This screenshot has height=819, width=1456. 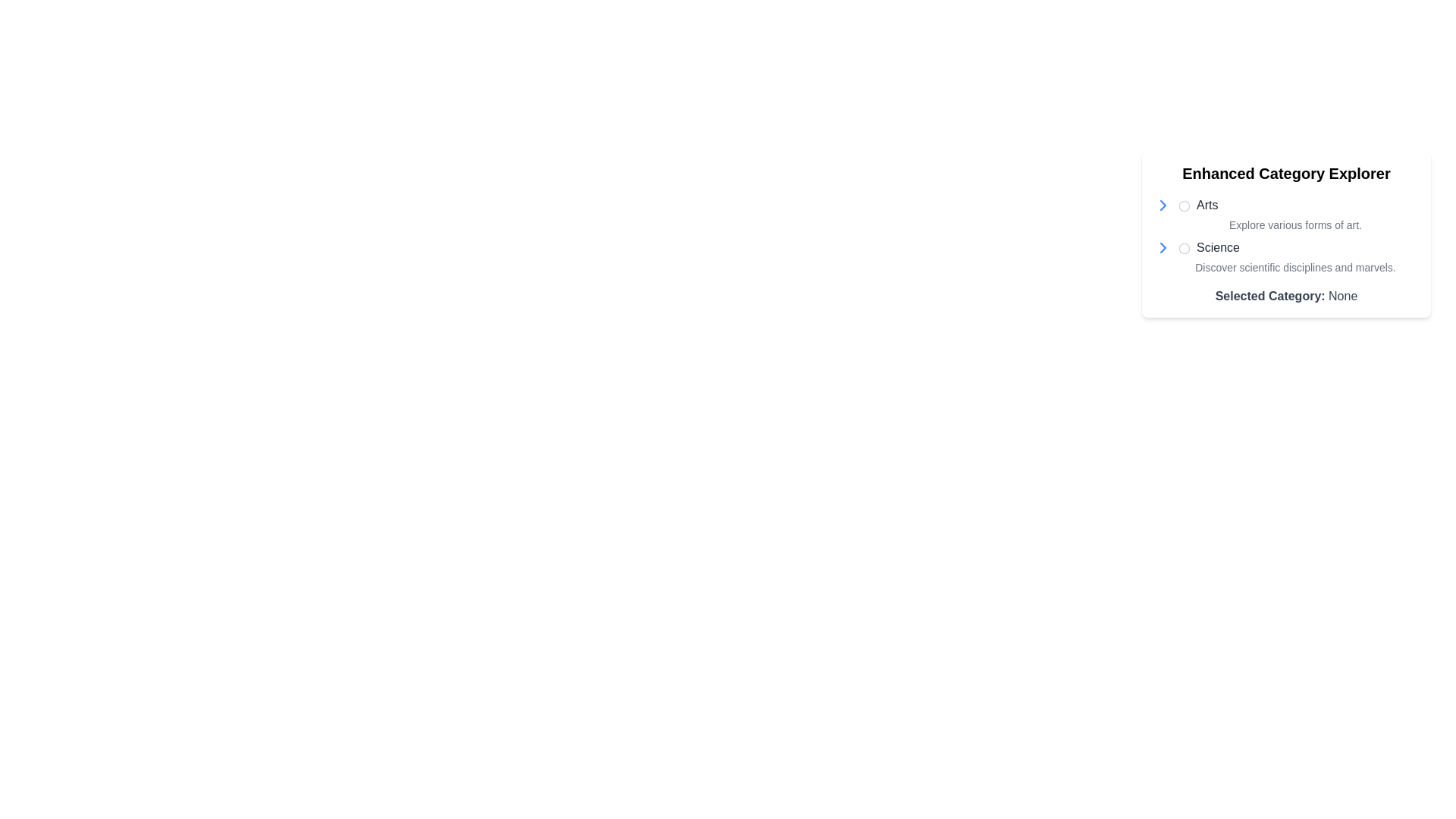 What do you see at coordinates (1163, 247) in the screenshot?
I see `the blue rightward-facing chevron icon located to the left of the text 'Science'` at bounding box center [1163, 247].